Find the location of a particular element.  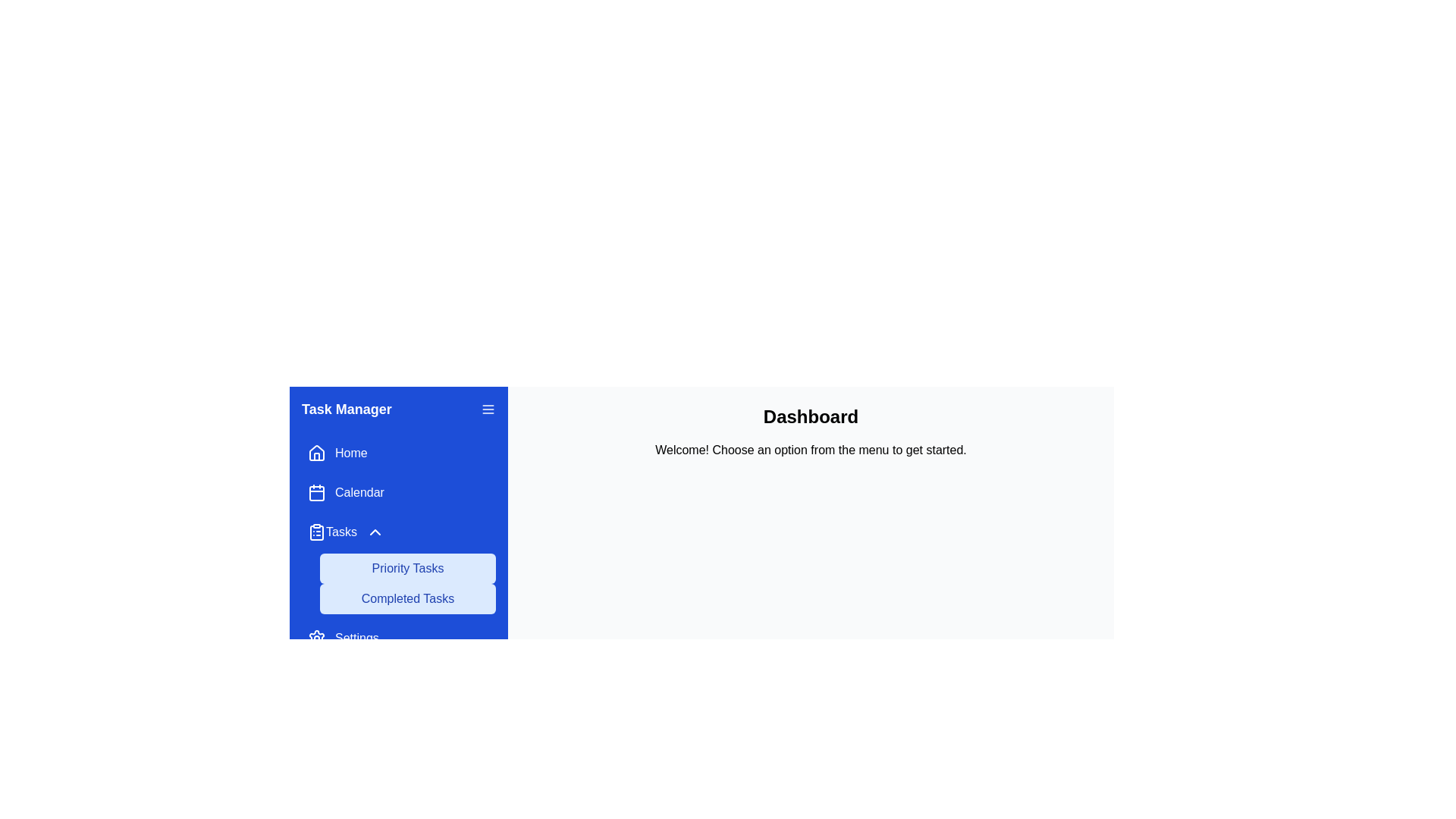

the Navigation menu with expandable options located in the left sidebar of the 'Task Manager' panel is located at coordinates (399, 546).